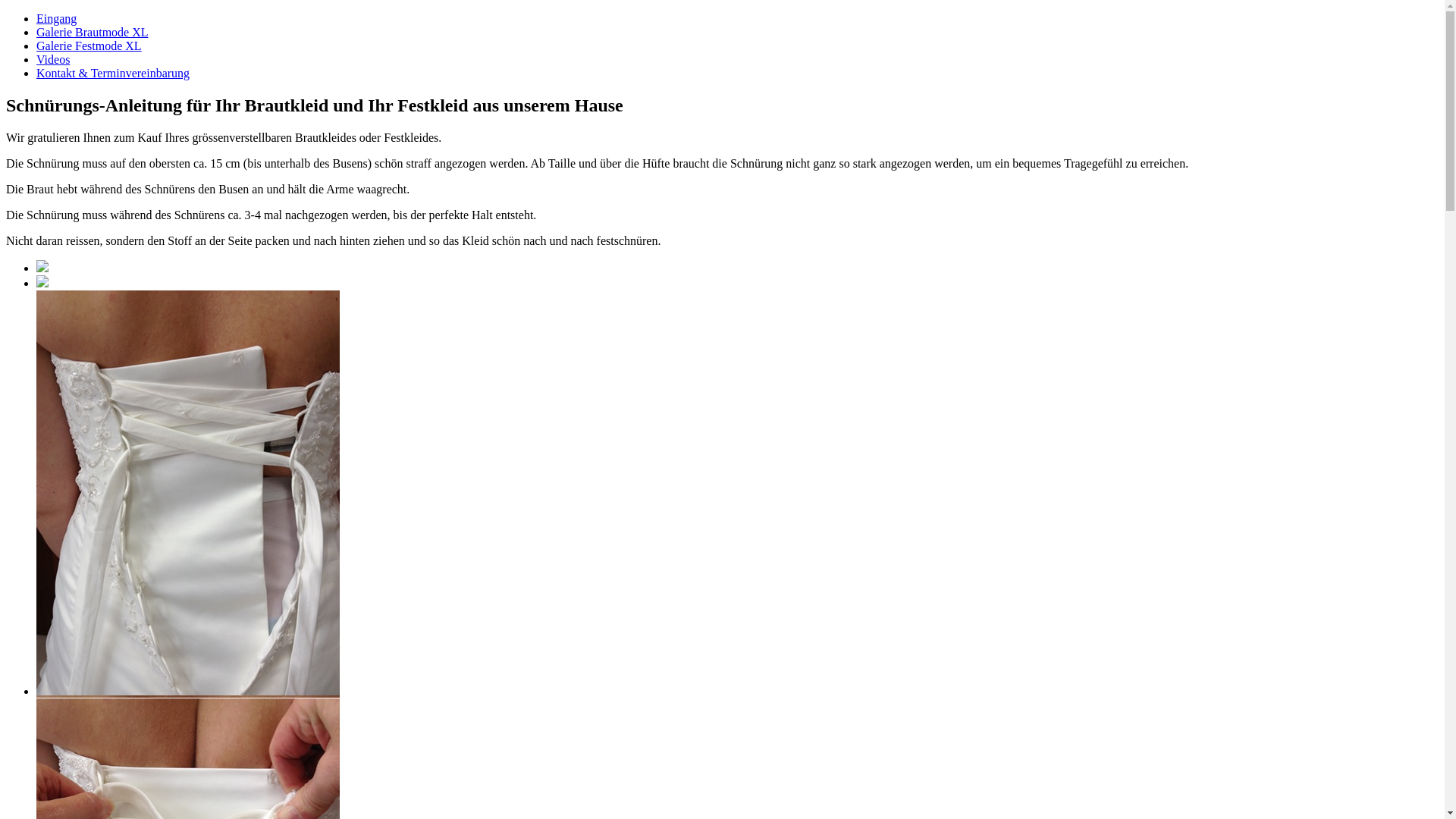 This screenshot has height=819, width=1456. What do you see at coordinates (56, 18) in the screenshot?
I see `'Eingang'` at bounding box center [56, 18].